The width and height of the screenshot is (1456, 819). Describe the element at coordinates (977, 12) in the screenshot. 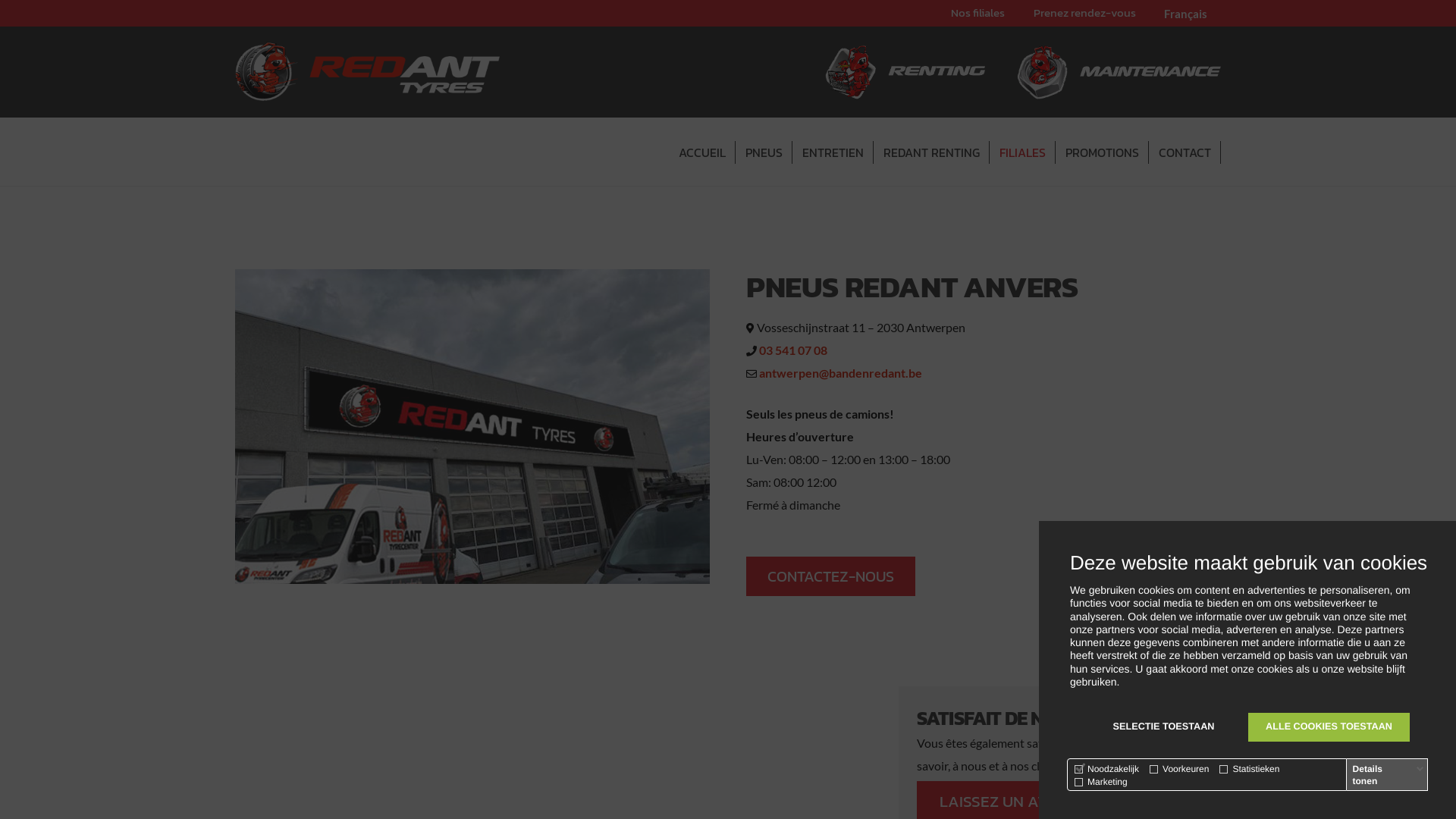

I see `'Nos filiales'` at that location.